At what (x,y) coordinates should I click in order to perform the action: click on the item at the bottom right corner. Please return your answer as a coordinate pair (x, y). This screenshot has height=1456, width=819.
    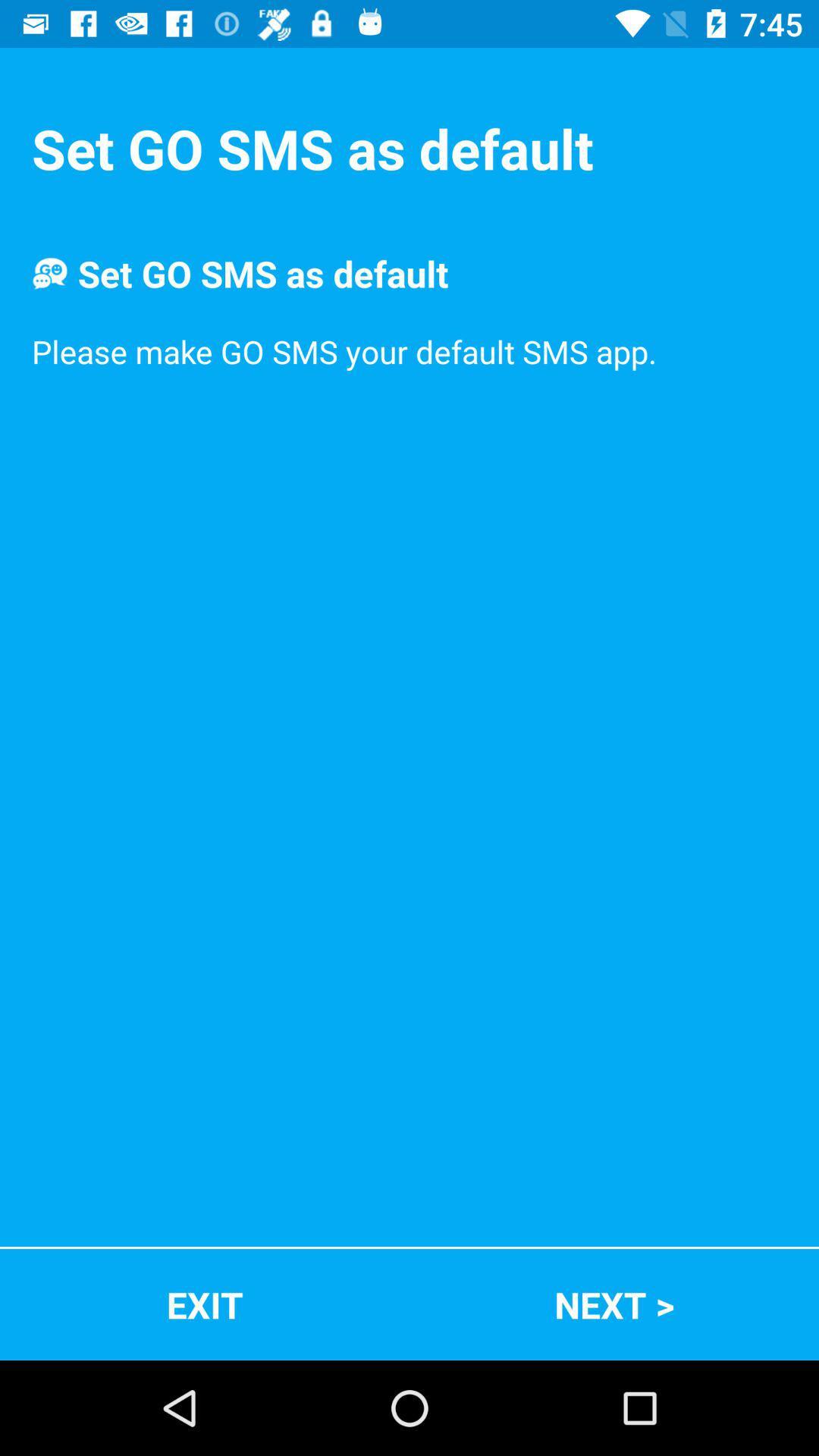
    Looking at the image, I should click on (614, 1304).